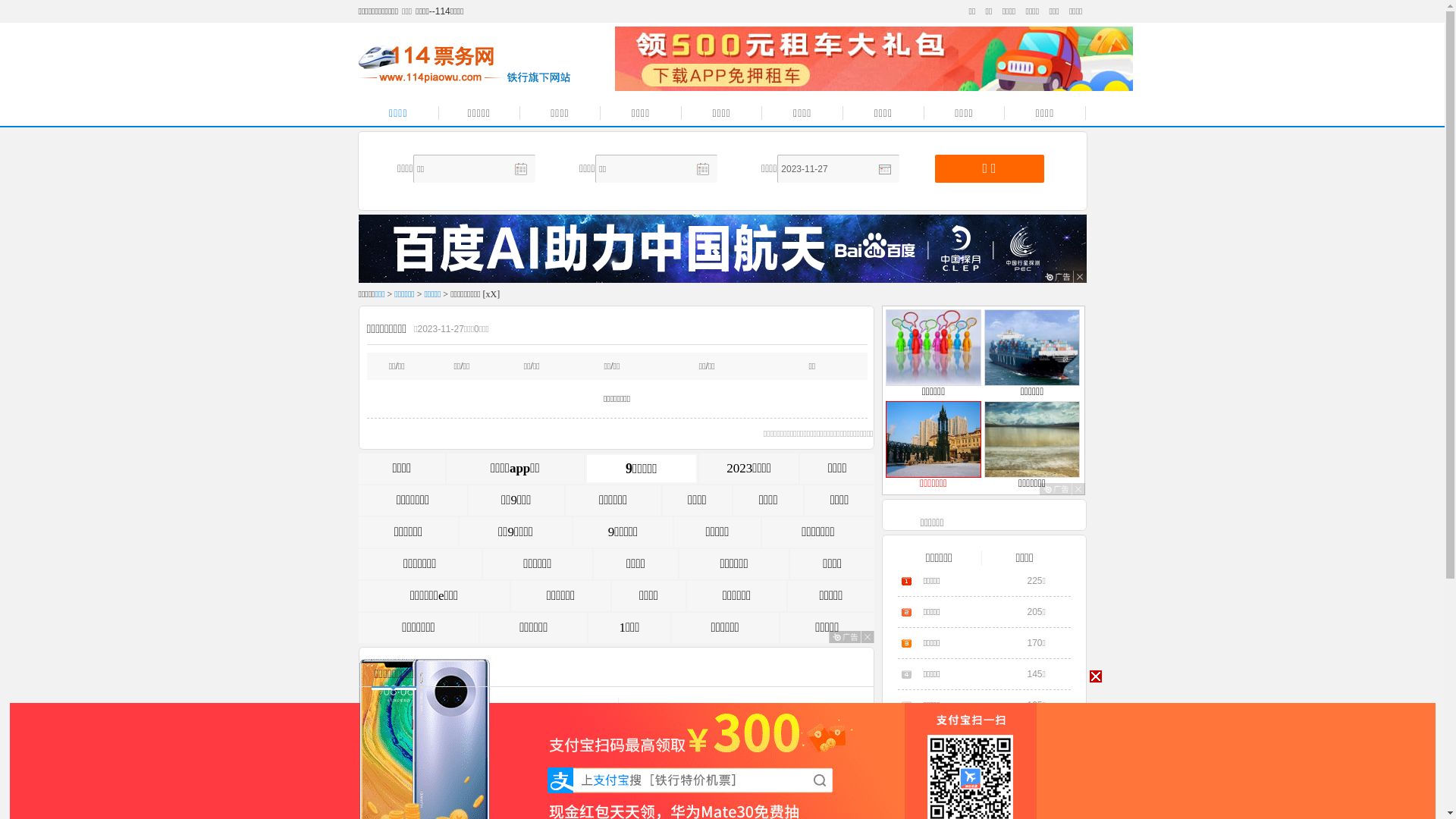  I want to click on '[xX]', so click(491, 294).